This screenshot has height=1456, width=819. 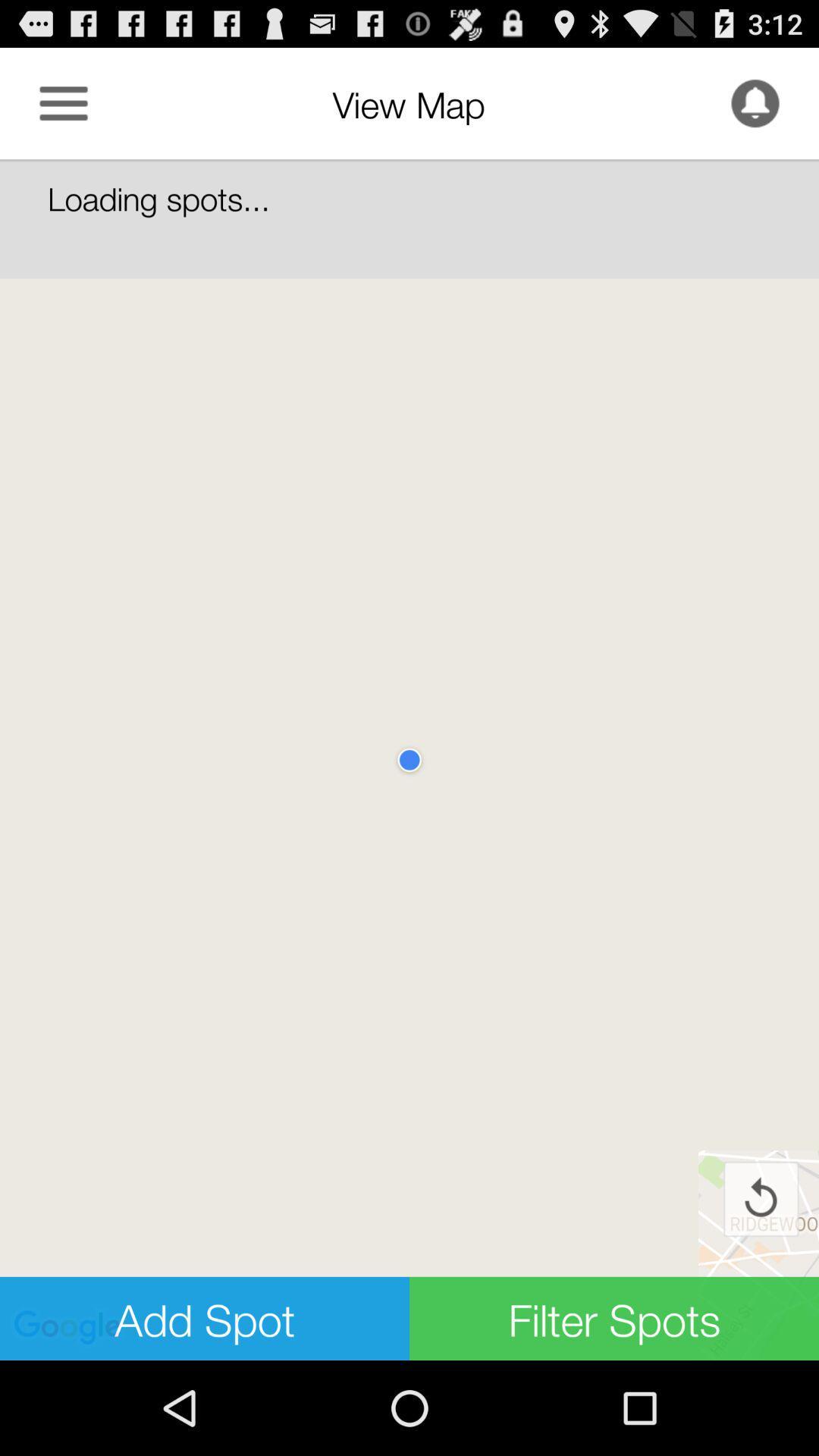 I want to click on the notifications icon, so click(x=755, y=110).